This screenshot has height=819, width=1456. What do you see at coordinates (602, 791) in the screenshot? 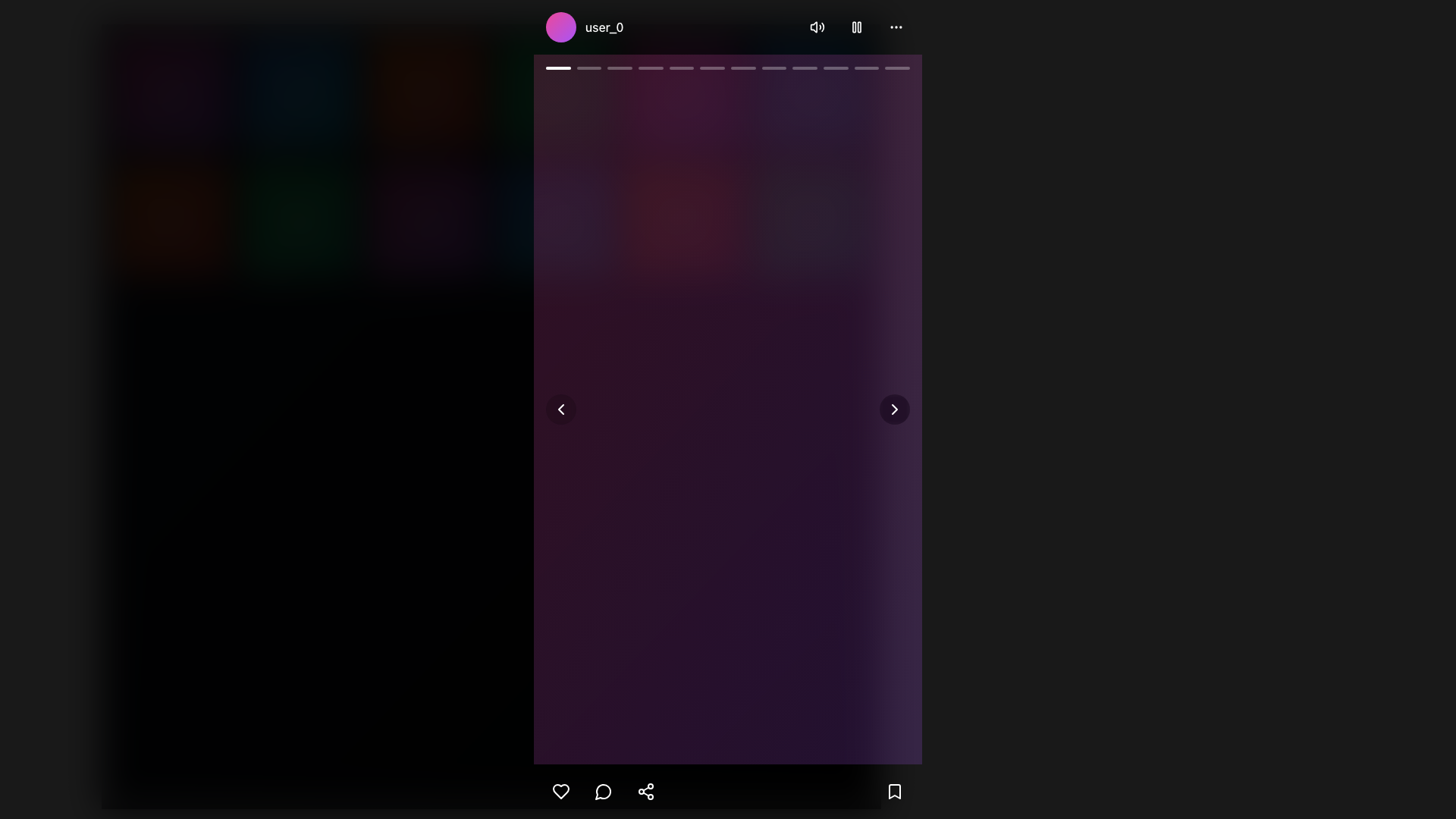
I see `the comment icon button located second from the left in the bottom action bar` at bounding box center [602, 791].